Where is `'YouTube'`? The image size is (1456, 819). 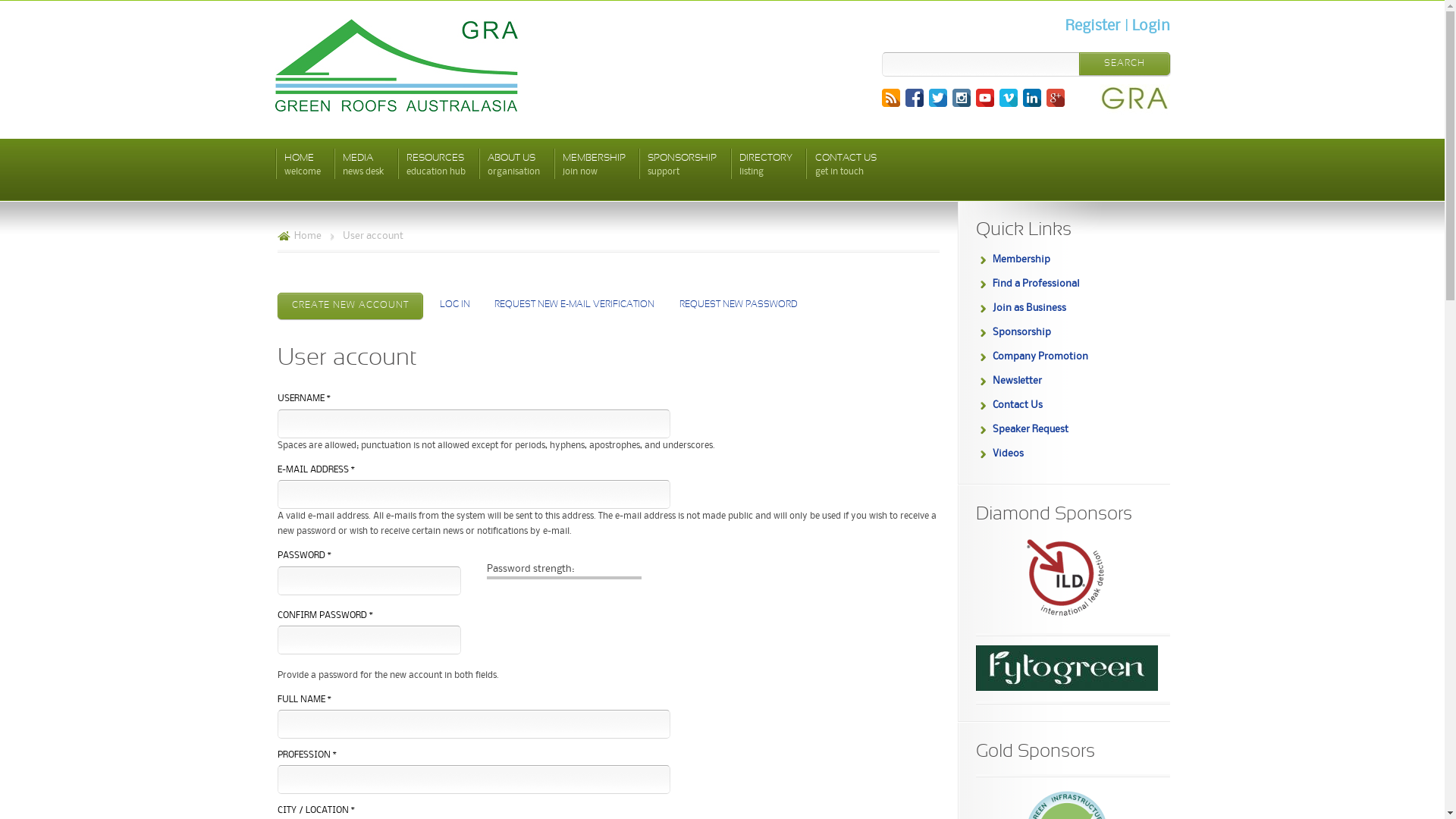 'YouTube' is located at coordinates (987, 99).